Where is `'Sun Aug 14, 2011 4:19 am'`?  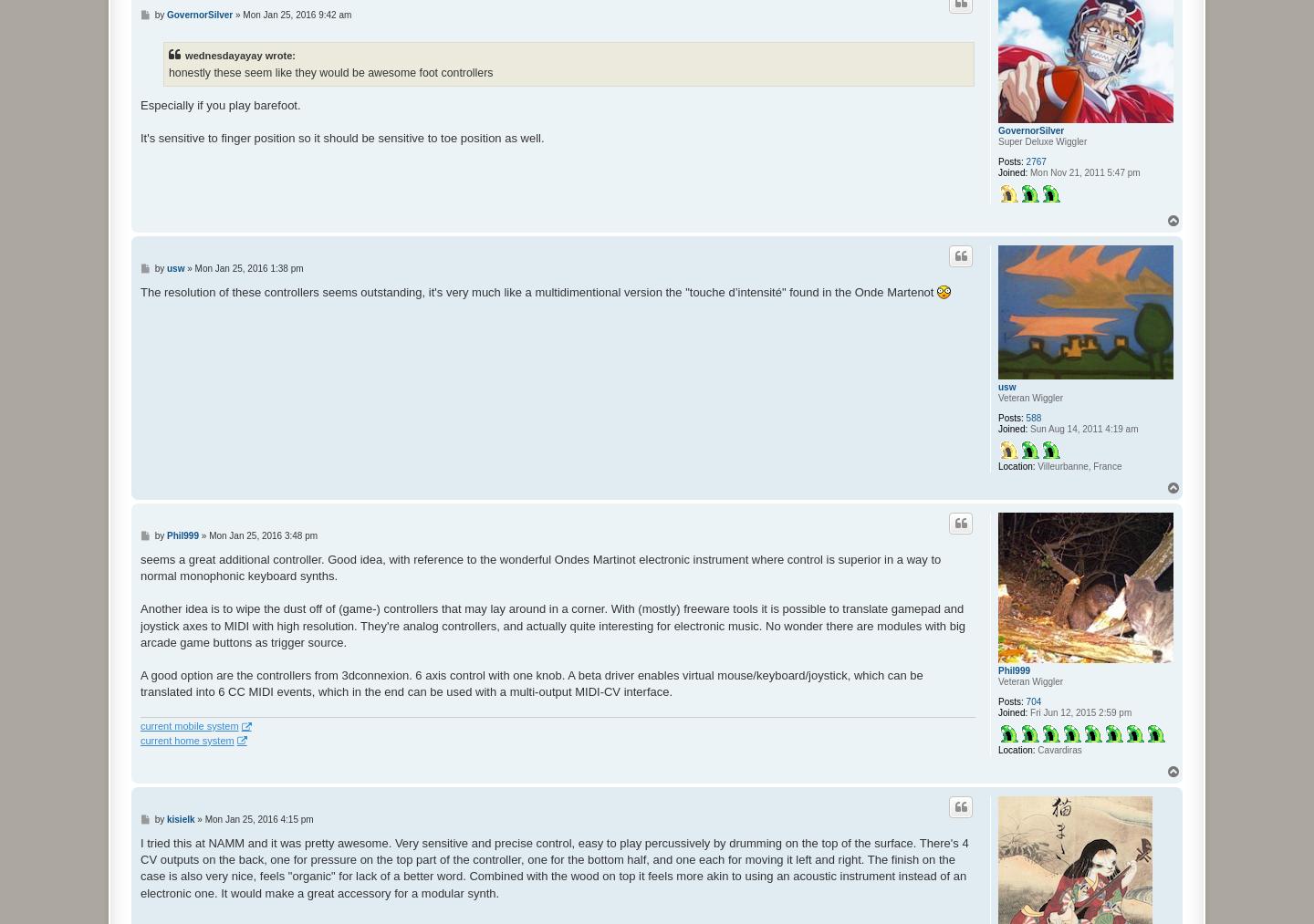
'Sun Aug 14, 2011 4:19 am' is located at coordinates (1082, 427).